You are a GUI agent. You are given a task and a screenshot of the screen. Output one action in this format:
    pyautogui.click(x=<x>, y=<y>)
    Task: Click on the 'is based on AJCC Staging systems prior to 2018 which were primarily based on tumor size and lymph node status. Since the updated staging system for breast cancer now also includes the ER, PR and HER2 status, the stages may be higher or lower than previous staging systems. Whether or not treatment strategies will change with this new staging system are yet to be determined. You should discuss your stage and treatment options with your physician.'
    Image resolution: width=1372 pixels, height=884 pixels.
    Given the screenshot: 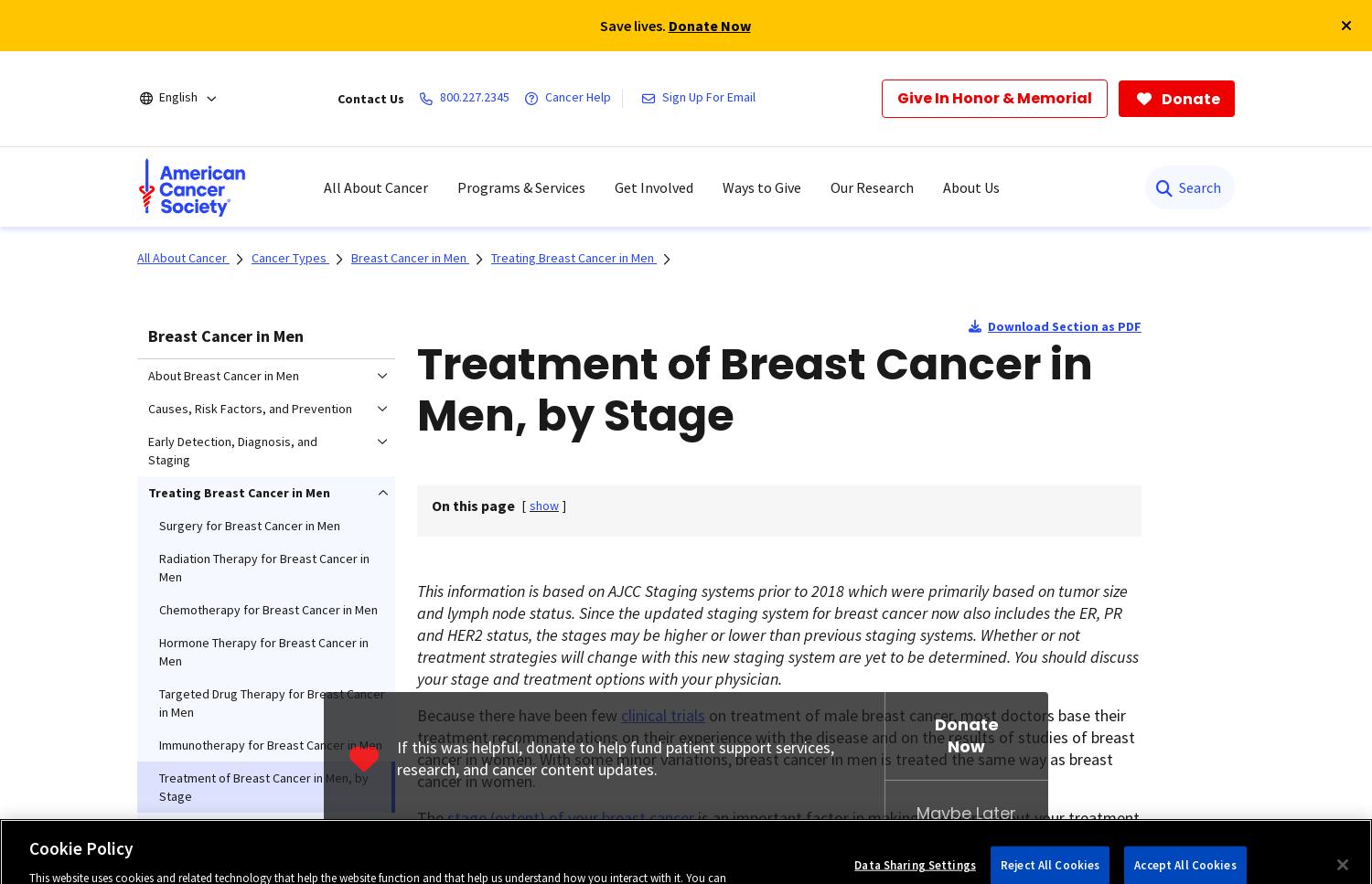 What is the action you would take?
    pyautogui.click(x=777, y=634)
    